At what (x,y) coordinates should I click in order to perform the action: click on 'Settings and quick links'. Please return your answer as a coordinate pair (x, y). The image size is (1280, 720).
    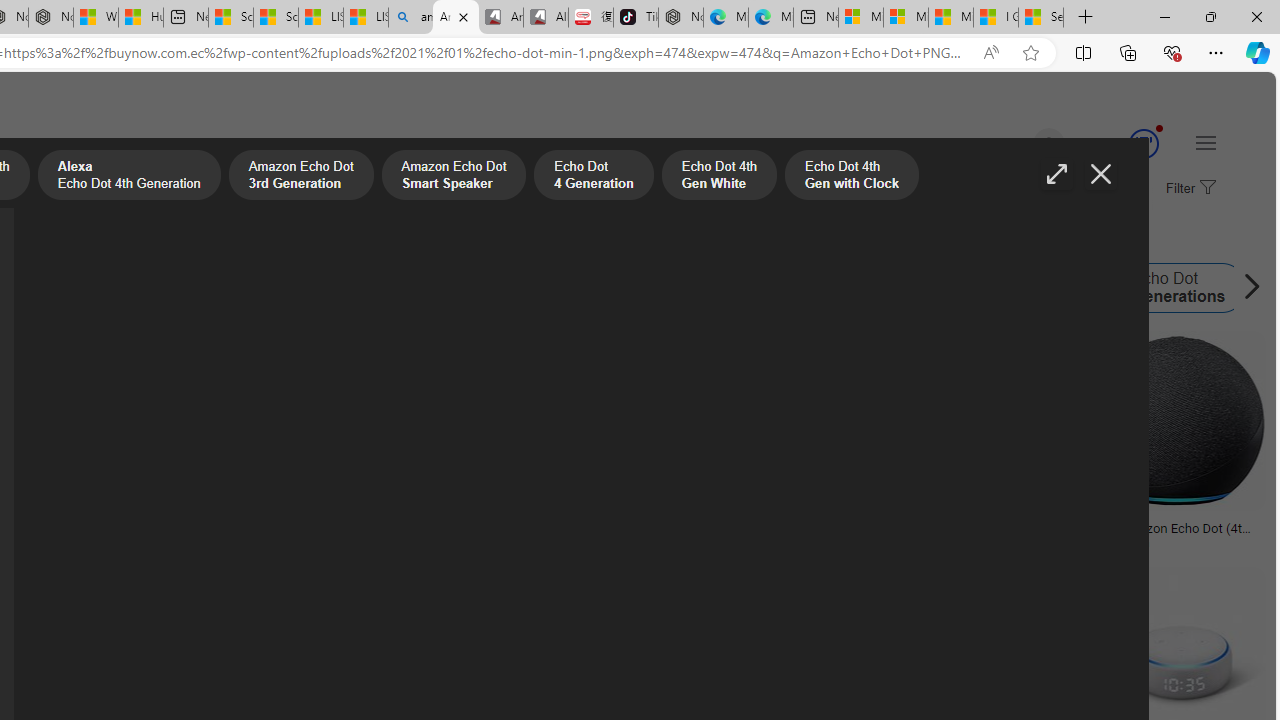
    Looking at the image, I should click on (1204, 141).